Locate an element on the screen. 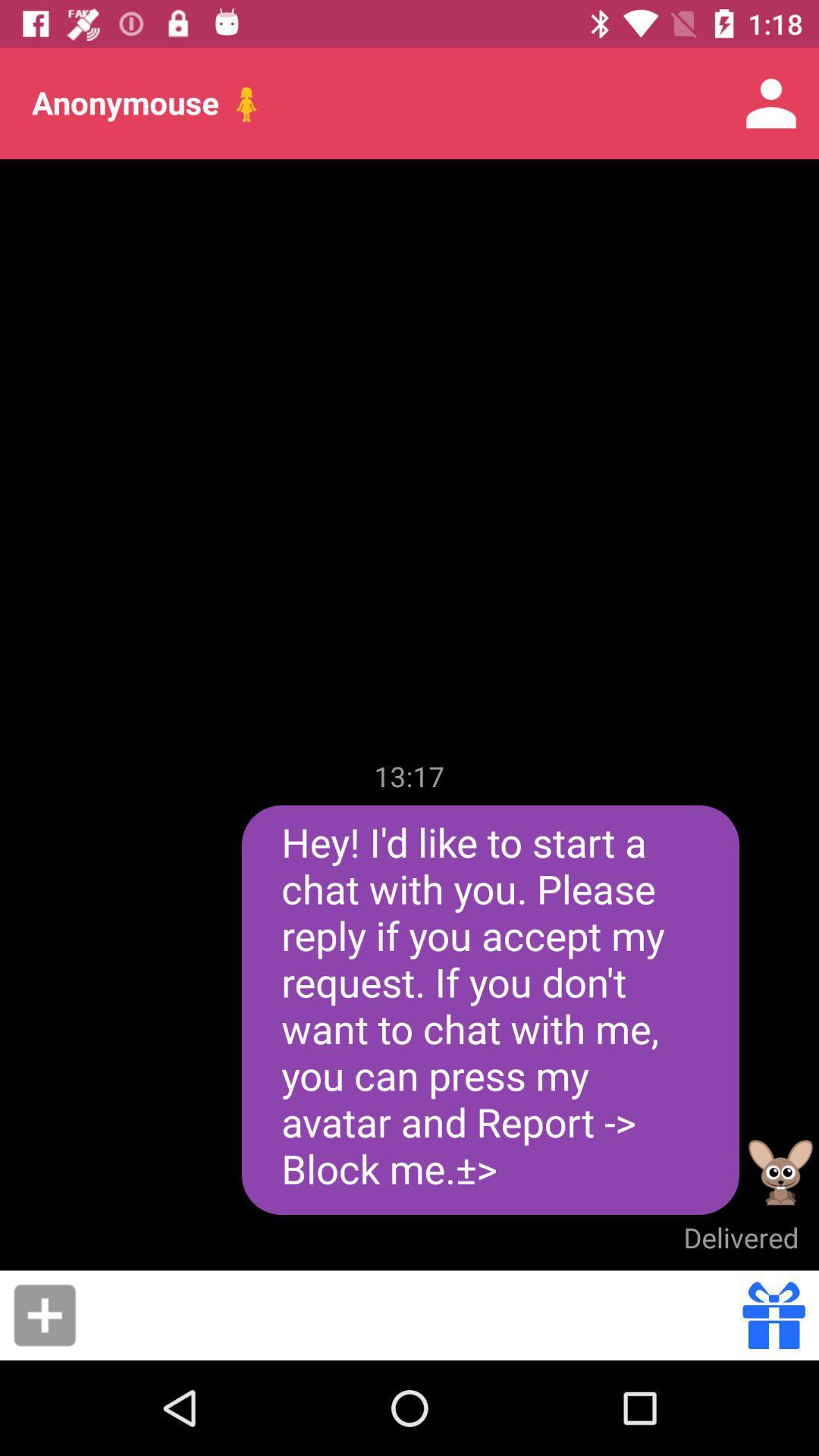  item at the bottom left corner is located at coordinates (44, 1314).